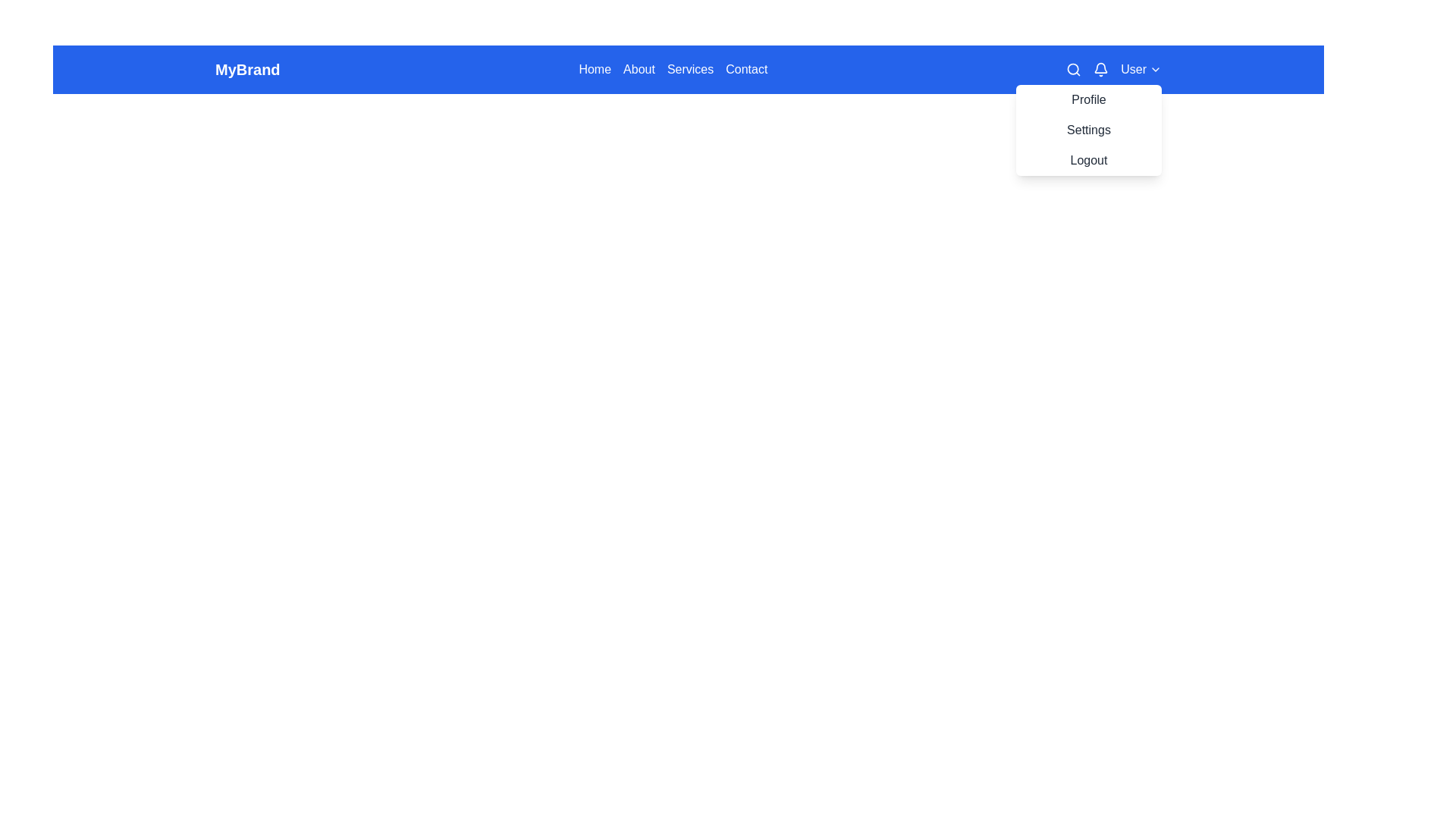  What do you see at coordinates (639, 70) in the screenshot?
I see `the 'About' text link located on the blue navigation bar` at bounding box center [639, 70].